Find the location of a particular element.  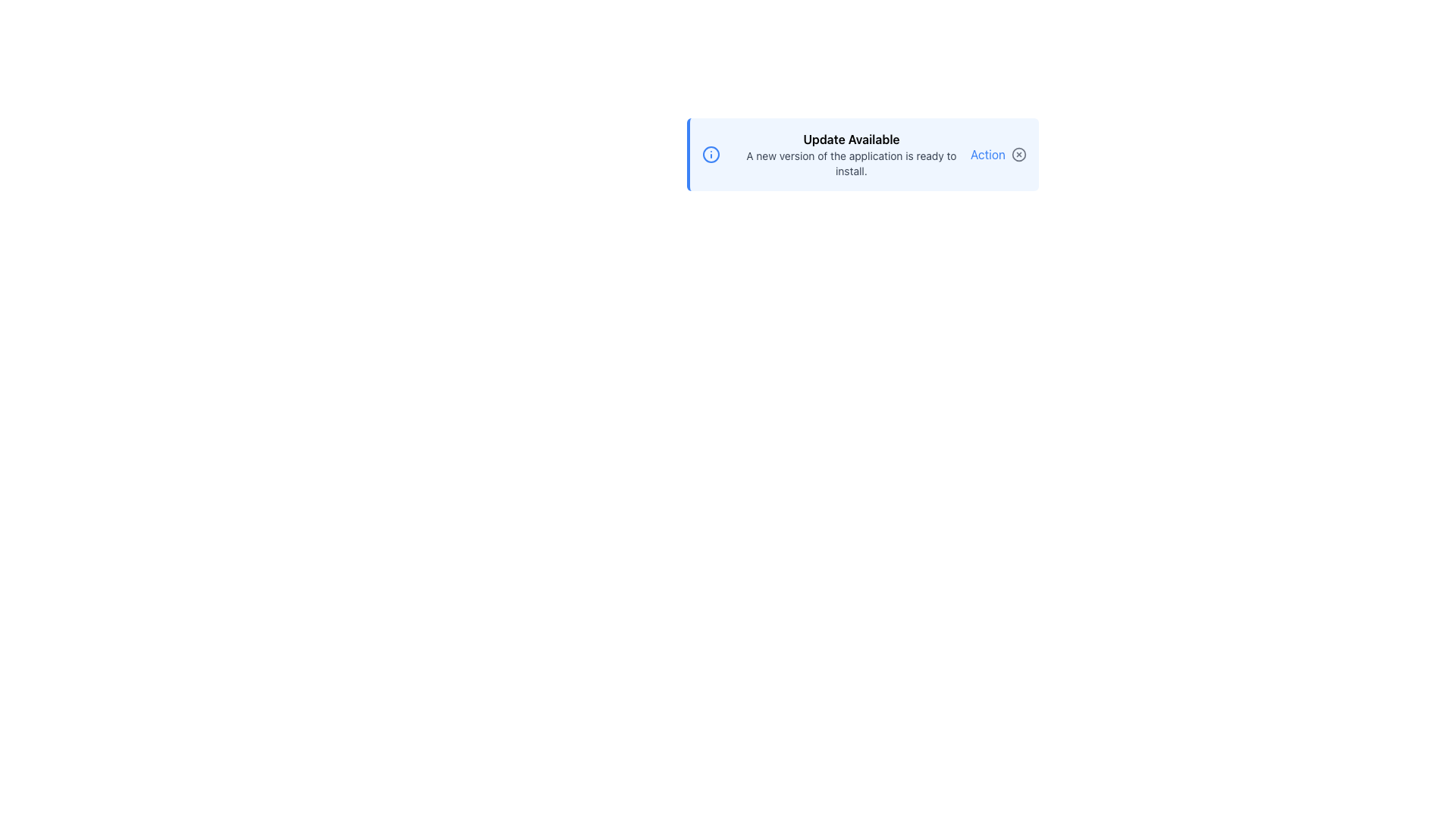

notification in the Notification Section that informs about the new version of the application, which is centrally positioned within a blue background box is located at coordinates (852, 155).